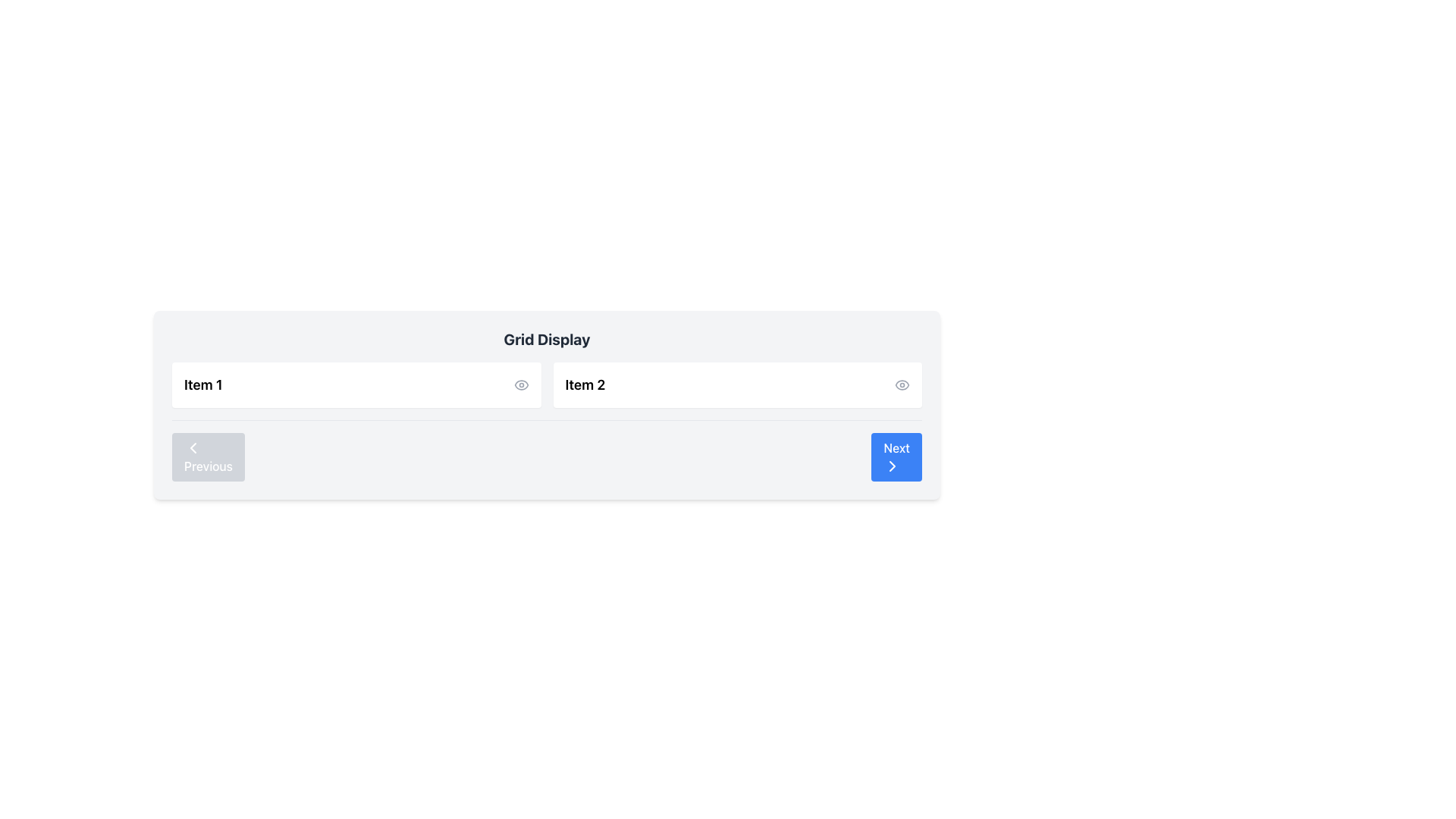  Describe the element at coordinates (521, 384) in the screenshot. I see `the decorative part of the eye icon, which serves as an indicator for visibility and is located to the right of the text label 'Item 2' in the second column of the row` at that location.